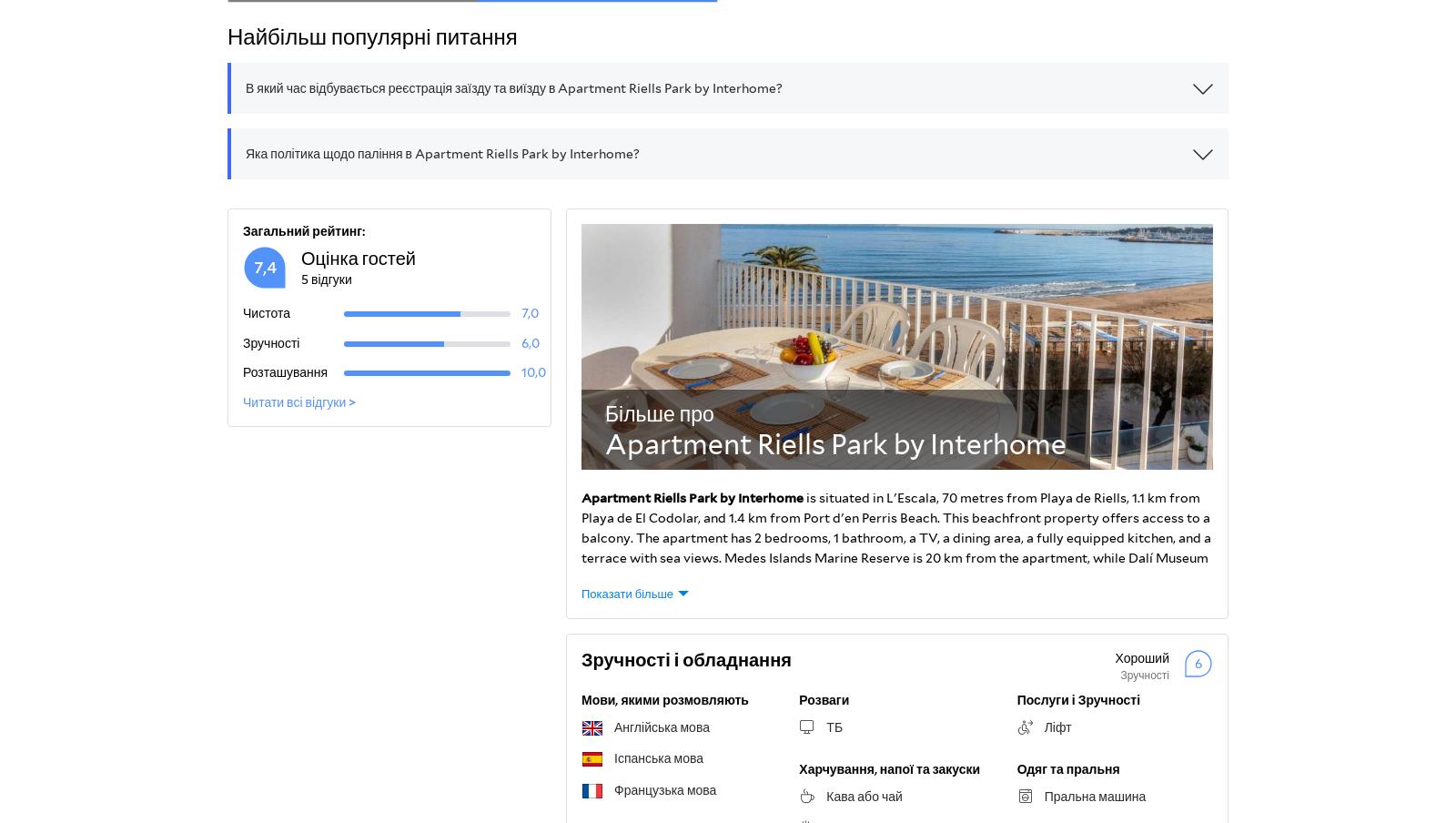  Describe the element at coordinates (520, 311) in the screenshot. I see `'7,0'` at that location.